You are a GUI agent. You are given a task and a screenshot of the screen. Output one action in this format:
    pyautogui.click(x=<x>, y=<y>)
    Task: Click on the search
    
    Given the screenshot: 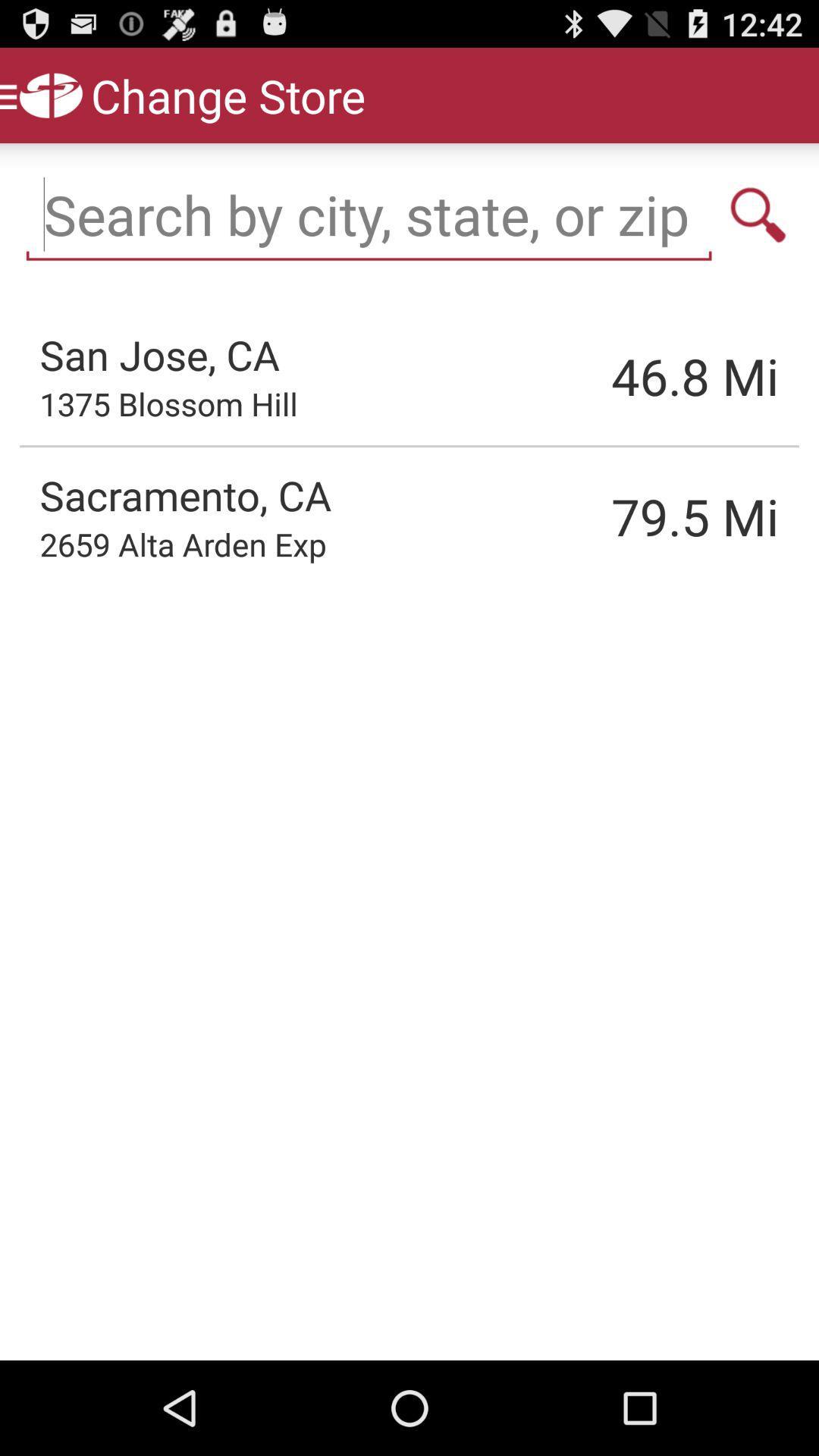 What is the action you would take?
    pyautogui.click(x=758, y=214)
    